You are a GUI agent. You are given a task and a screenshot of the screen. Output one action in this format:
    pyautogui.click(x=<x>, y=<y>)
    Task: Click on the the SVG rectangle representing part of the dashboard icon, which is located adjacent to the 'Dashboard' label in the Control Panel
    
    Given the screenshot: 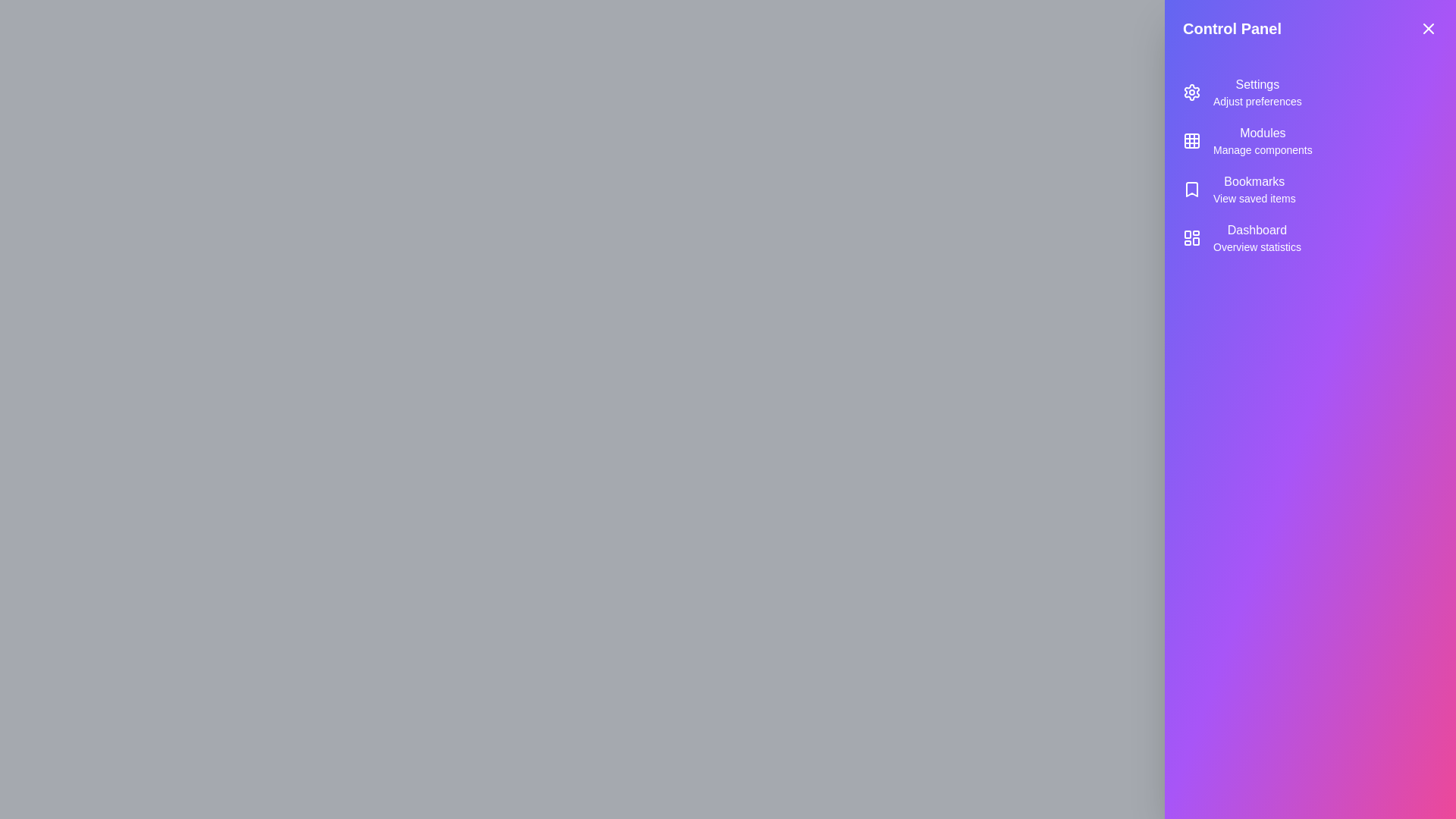 What is the action you would take?
    pyautogui.click(x=1195, y=240)
    